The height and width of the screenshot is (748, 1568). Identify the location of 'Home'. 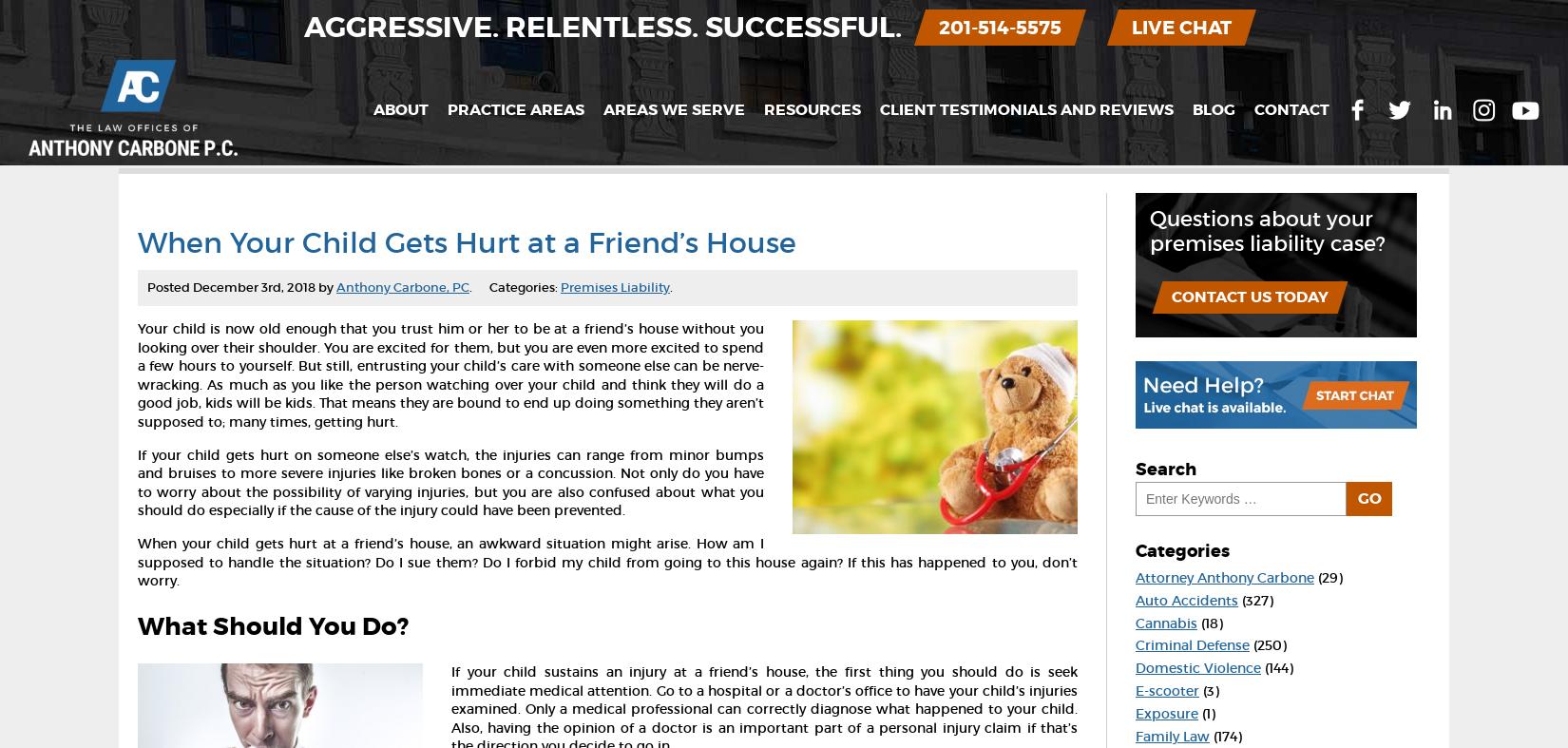
(155, 140).